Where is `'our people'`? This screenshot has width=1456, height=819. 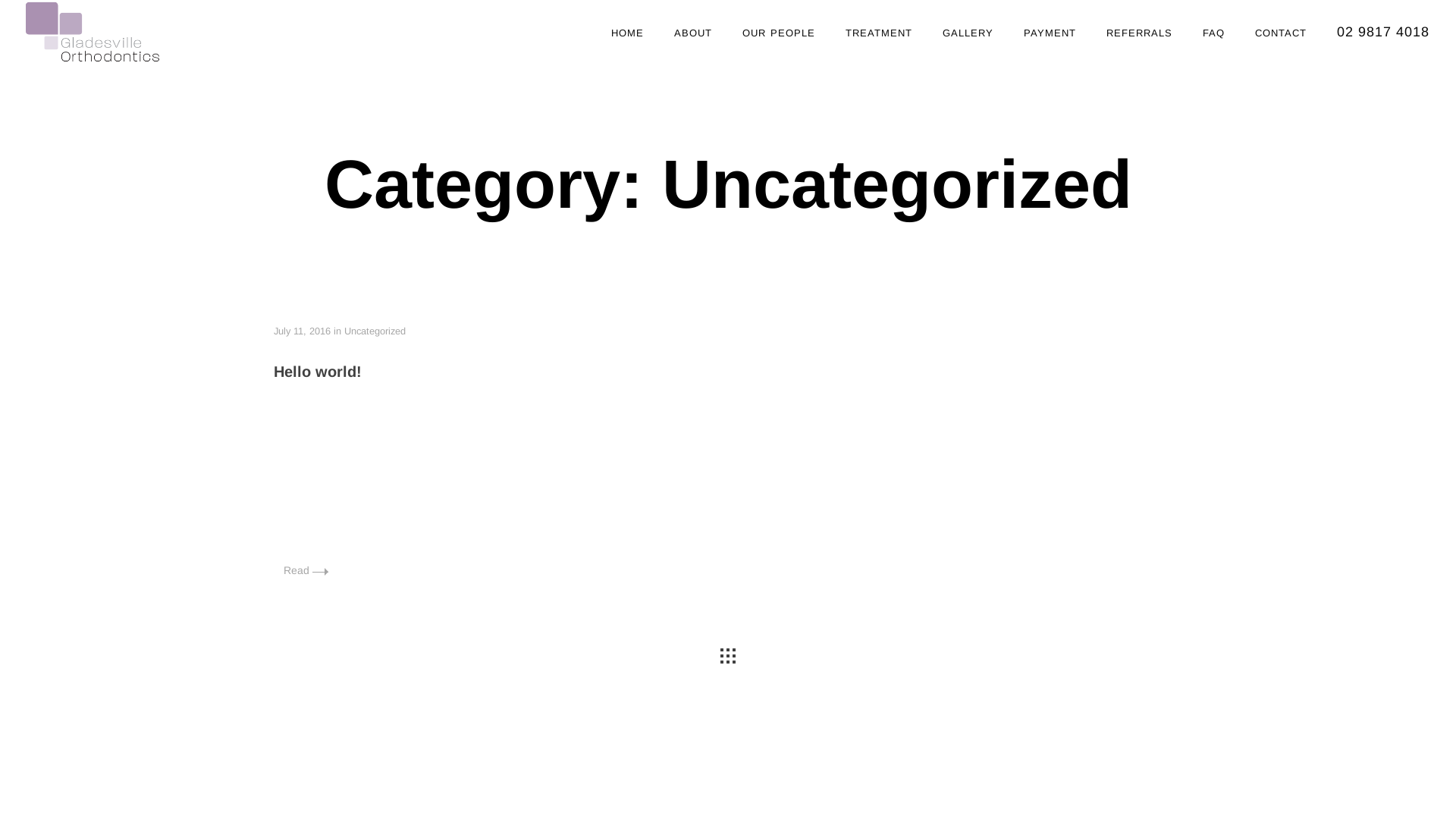
'our people' is located at coordinates (779, 32).